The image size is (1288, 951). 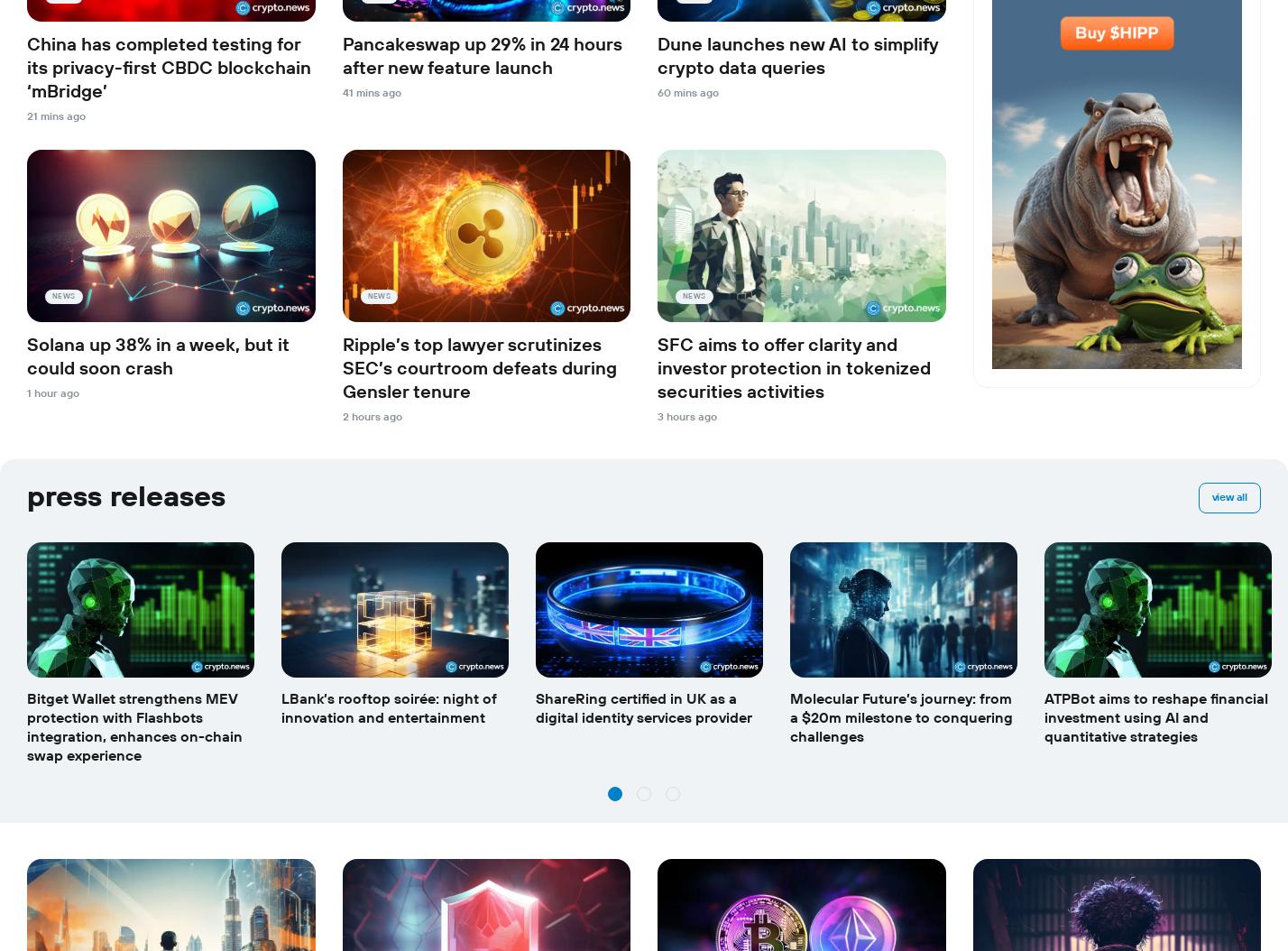 I want to click on 'Ripple’s top lawyer scrutinizes SEC’s courtroom defeats during Gensler tenure', so click(x=341, y=367).